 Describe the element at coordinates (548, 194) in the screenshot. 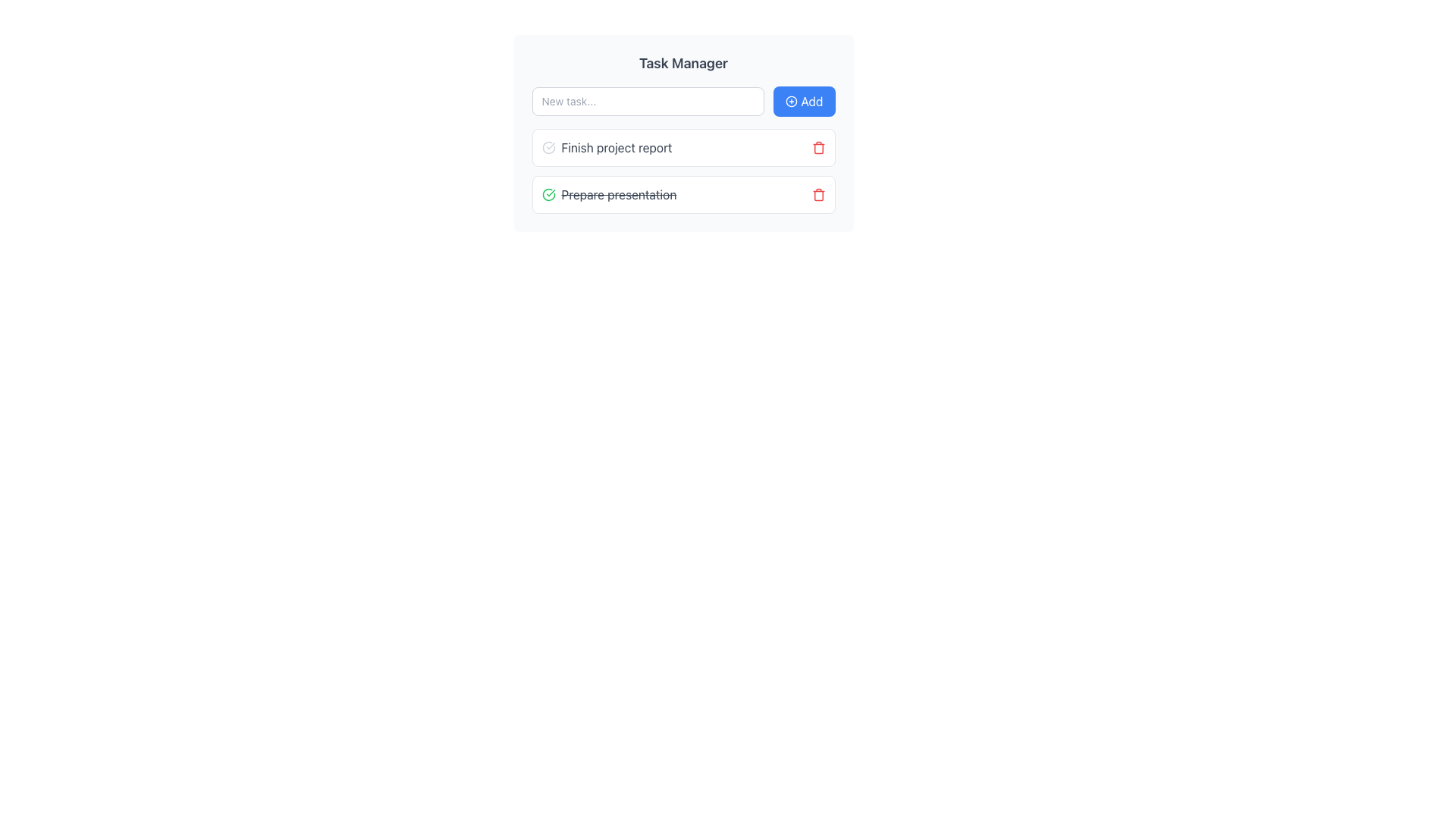

I see `the green circle icon with a checkmark located to the left of the text 'Prepare presentation' in the 'Task Manager' list of tasks` at that location.